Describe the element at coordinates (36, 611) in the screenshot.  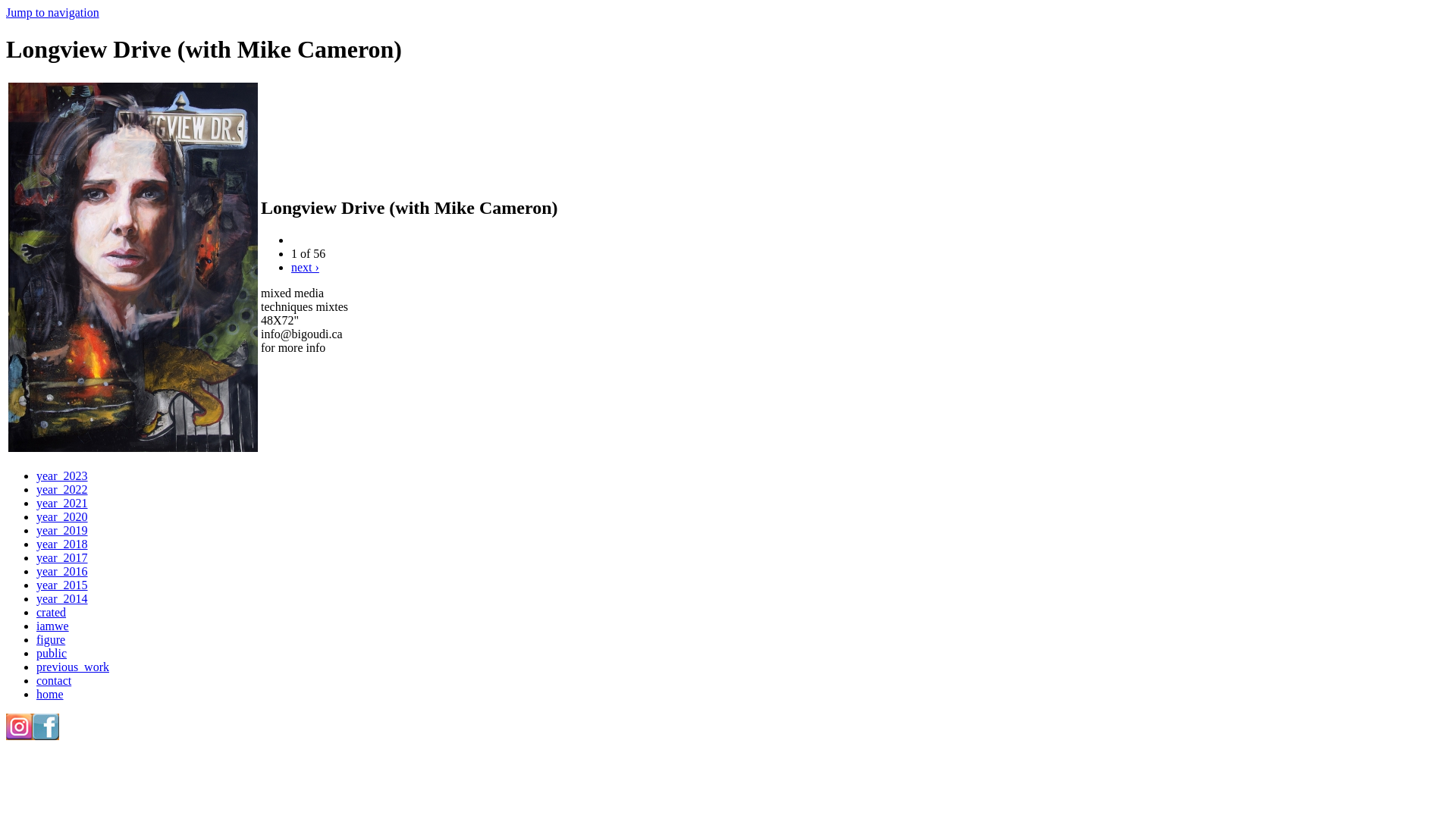
I see `'crated'` at that location.